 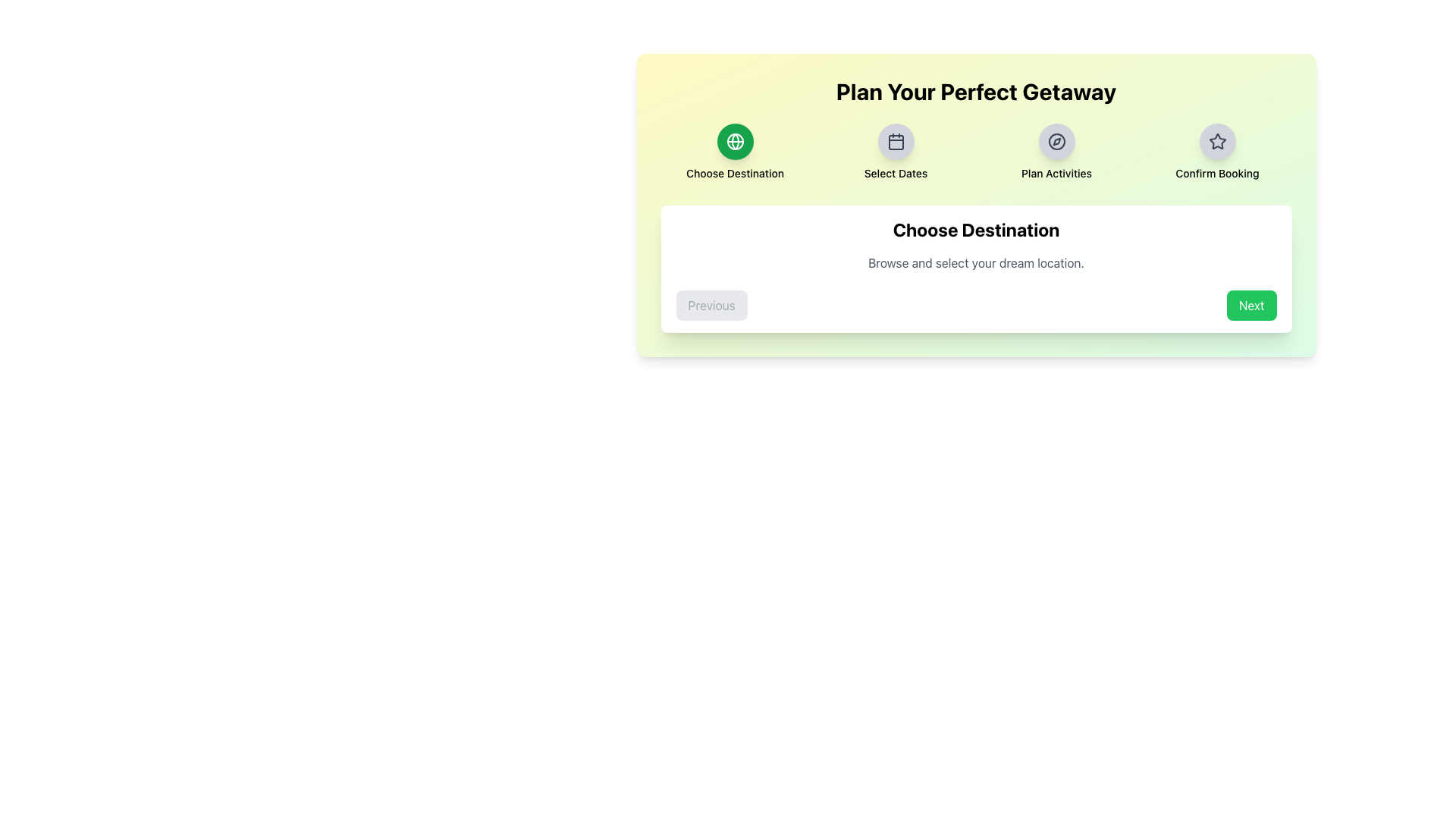 What do you see at coordinates (896, 172) in the screenshot?
I see `the static text label reading 'Select Dates' which is centrally aligned under a calendar icon in the navigation panel` at bounding box center [896, 172].